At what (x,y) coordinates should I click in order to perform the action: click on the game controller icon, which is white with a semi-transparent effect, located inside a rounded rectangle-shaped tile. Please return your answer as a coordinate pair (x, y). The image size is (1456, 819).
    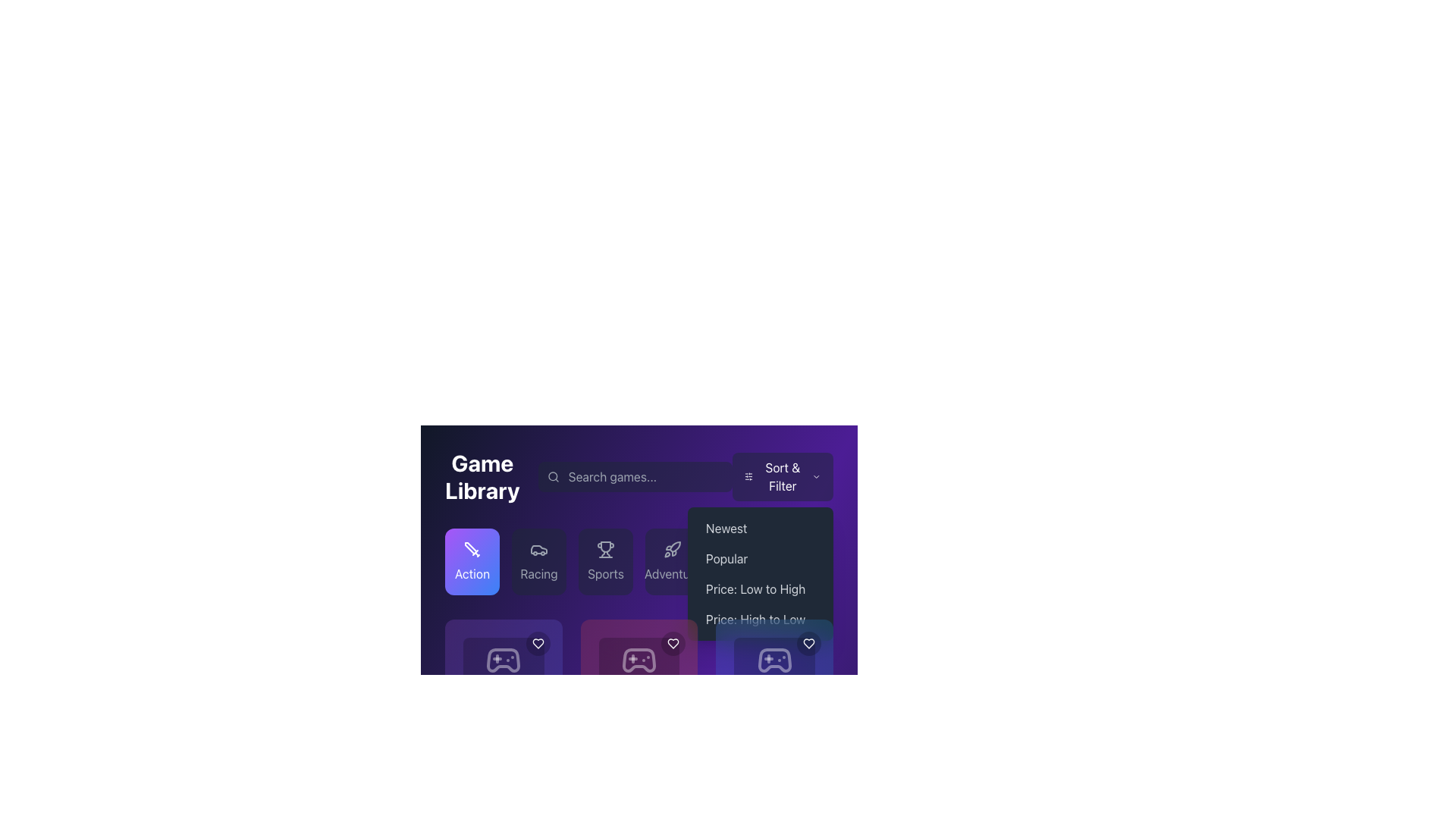
    Looking at the image, I should click on (639, 660).